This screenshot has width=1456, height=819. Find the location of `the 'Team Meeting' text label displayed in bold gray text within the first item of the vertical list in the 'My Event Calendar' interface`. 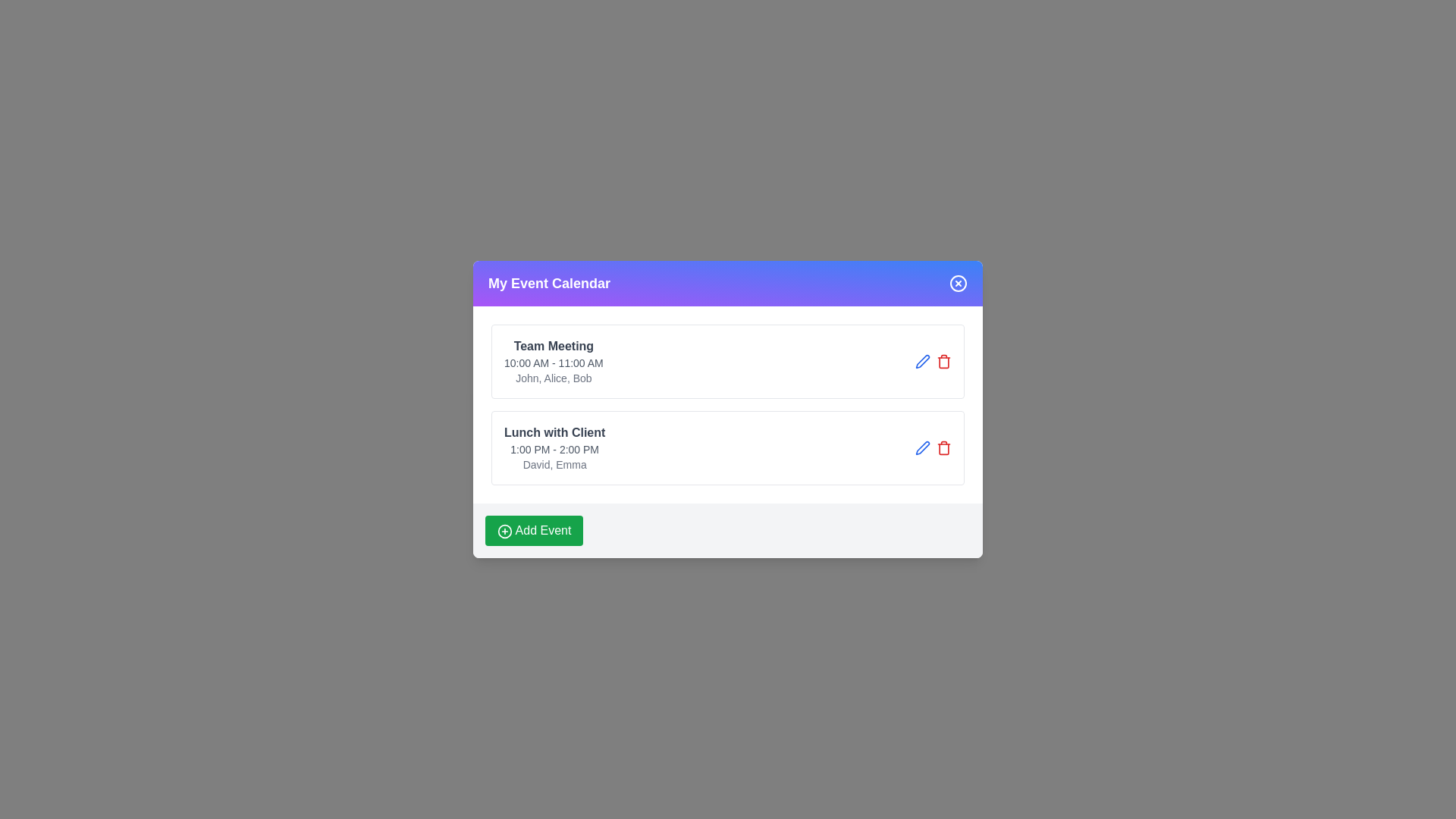

the 'Team Meeting' text label displayed in bold gray text within the first item of the vertical list in the 'My Event Calendar' interface is located at coordinates (553, 346).